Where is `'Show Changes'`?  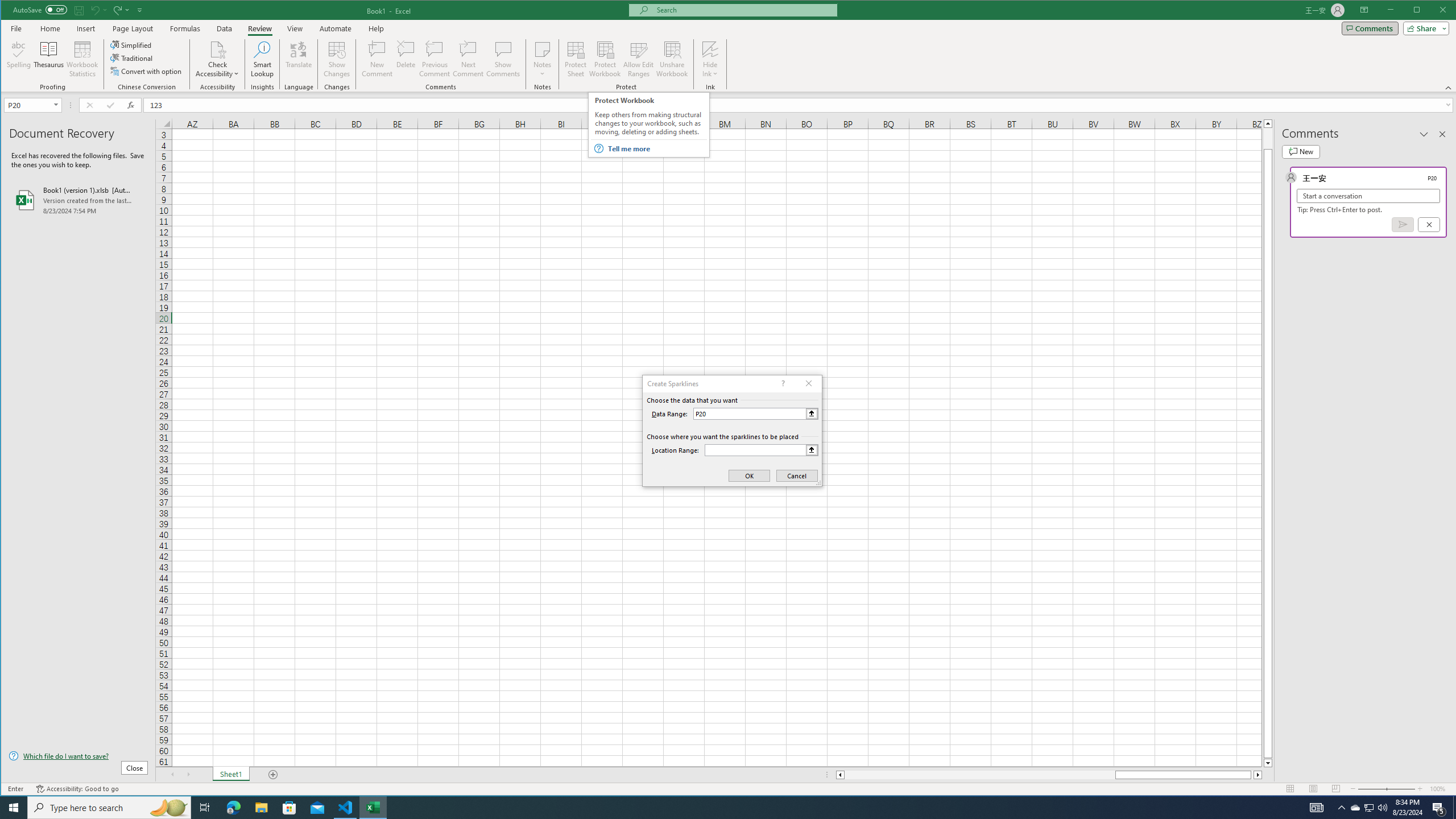 'Show Changes' is located at coordinates (336, 59).